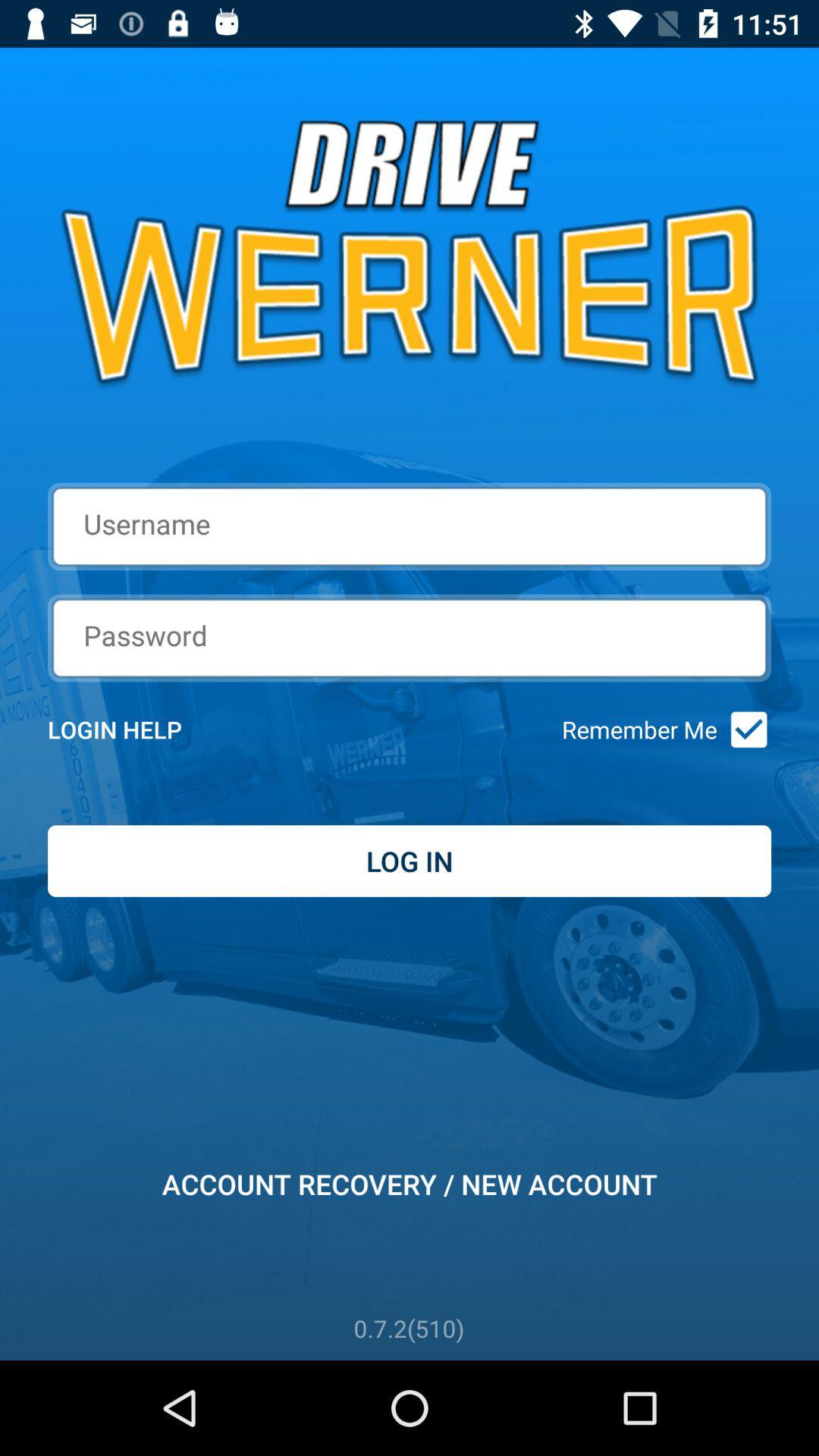  Describe the element at coordinates (743, 730) in the screenshot. I see `the icon to the right of the remember me icon` at that location.